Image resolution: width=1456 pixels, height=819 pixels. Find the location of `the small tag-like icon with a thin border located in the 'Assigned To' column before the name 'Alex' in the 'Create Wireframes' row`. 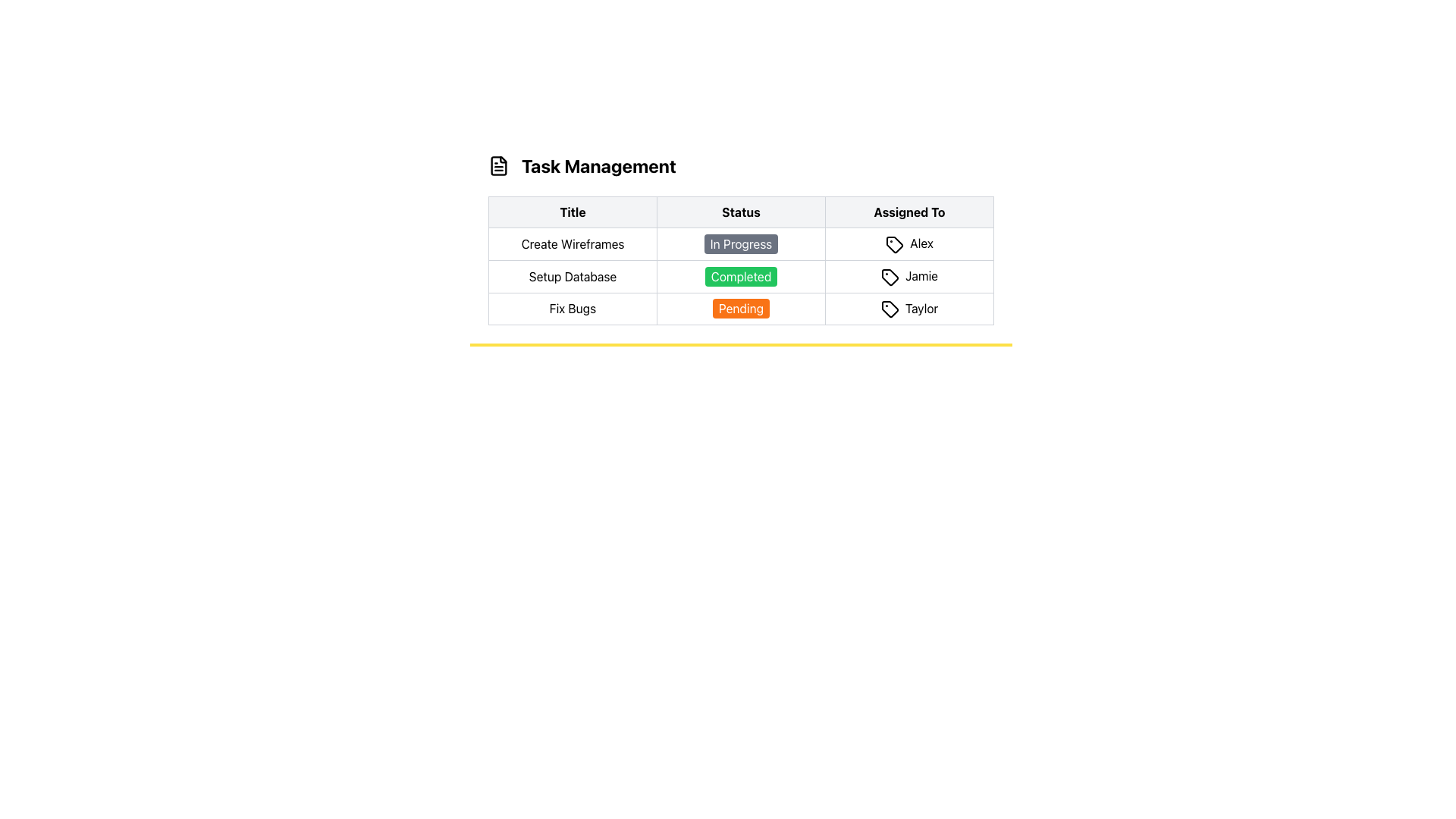

the small tag-like icon with a thin border located in the 'Assigned To' column before the name 'Alex' in the 'Create Wireframes' row is located at coordinates (895, 243).